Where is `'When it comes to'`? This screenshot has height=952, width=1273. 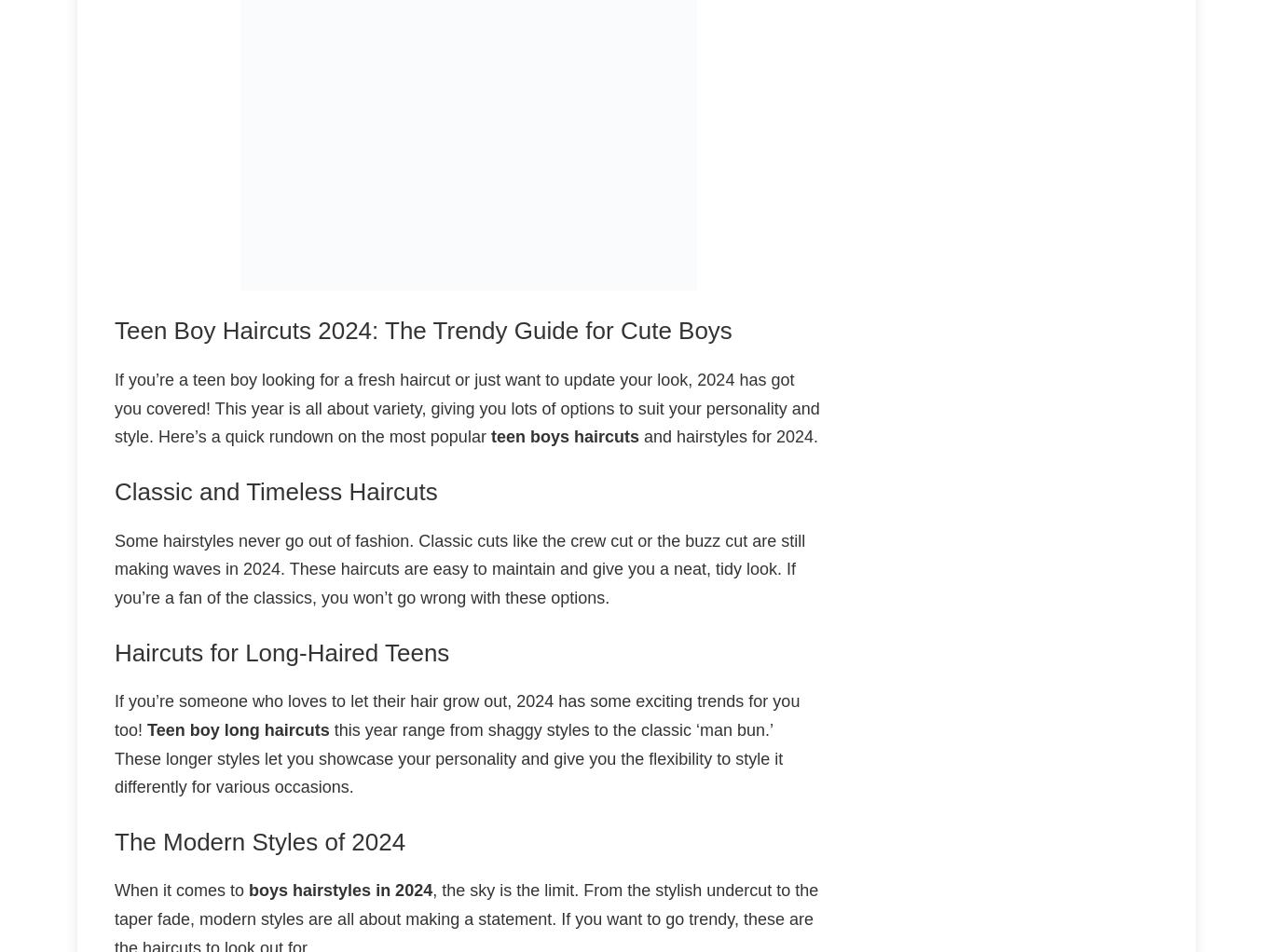 'When it comes to' is located at coordinates (181, 889).